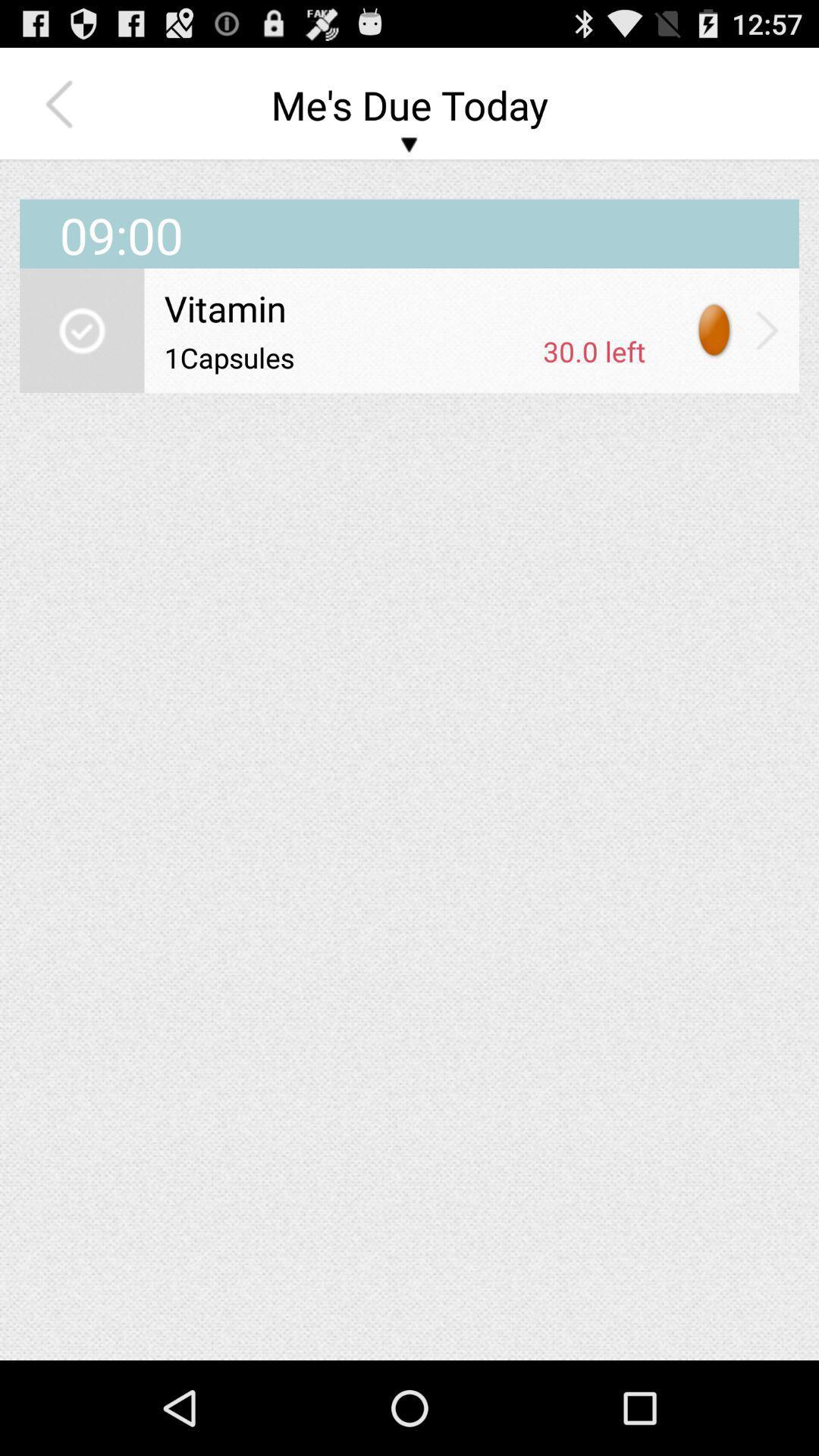 The width and height of the screenshot is (819, 1456). What do you see at coordinates (348, 356) in the screenshot?
I see `the icon below the vitamin` at bounding box center [348, 356].